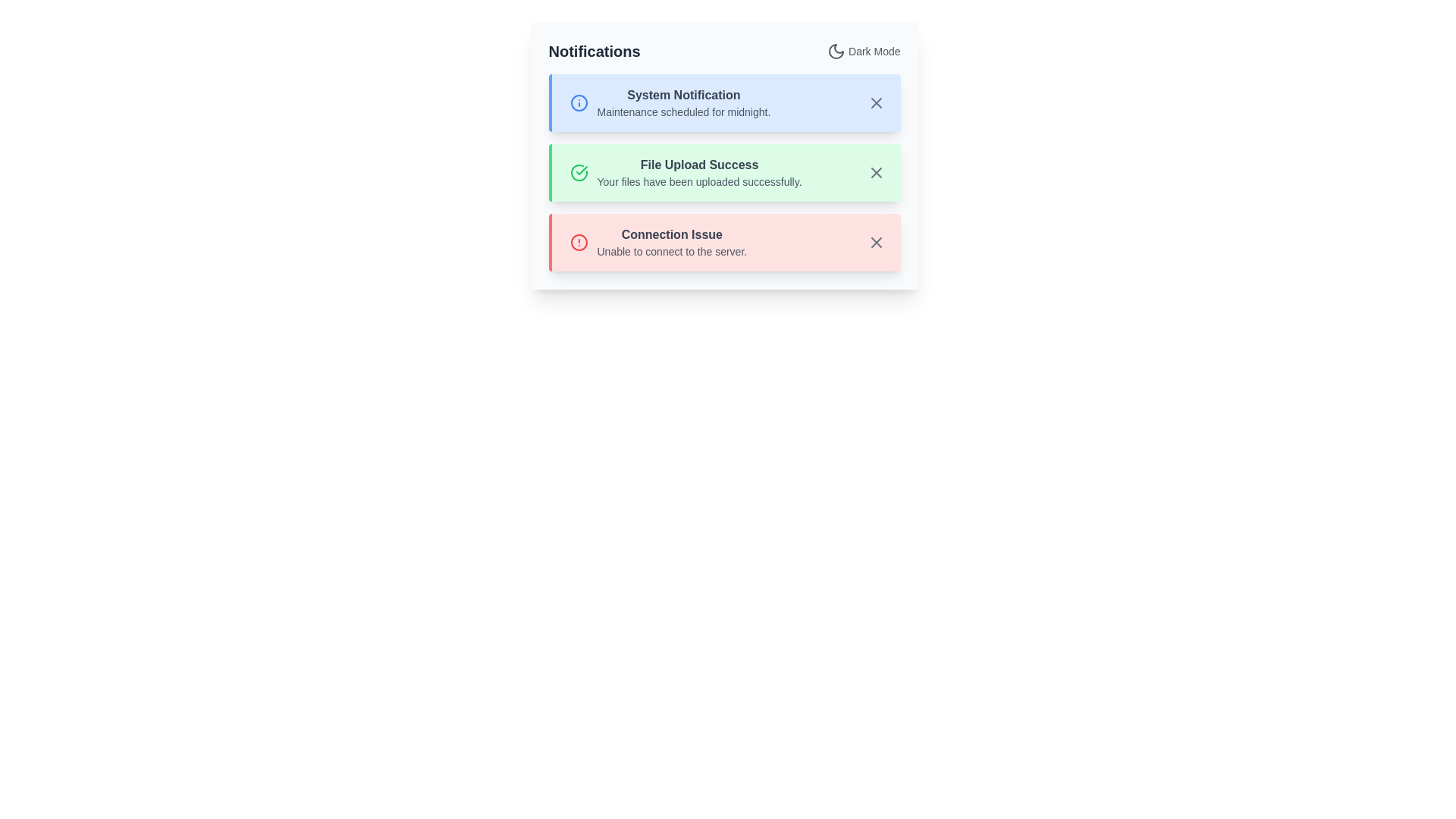  Describe the element at coordinates (876, 242) in the screenshot. I see `the close button located at the top-right corner of the 'Connection Issue' notification card` at that location.